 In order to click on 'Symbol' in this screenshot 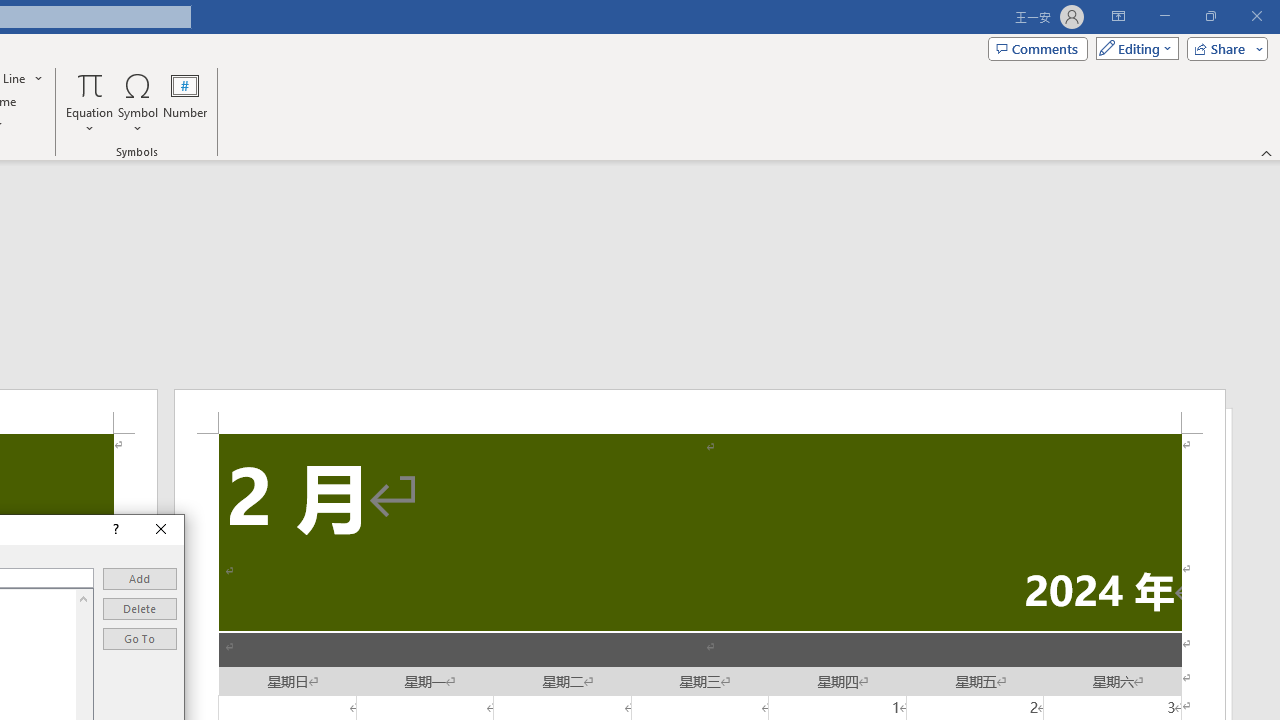, I will do `click(137, 103)`.